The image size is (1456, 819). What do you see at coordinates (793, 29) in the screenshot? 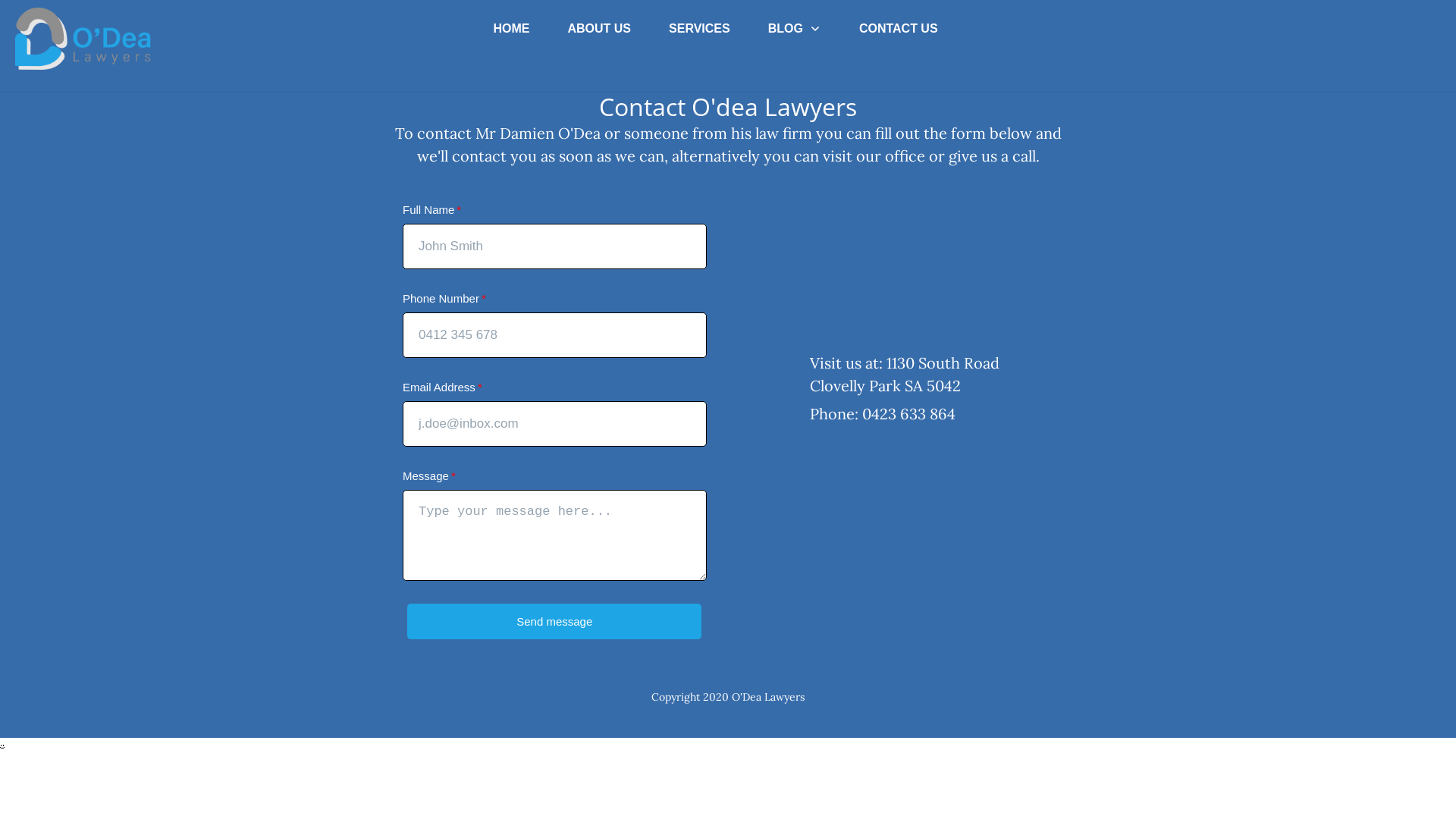
I see `'BLOG'` at bounding box center [793, 29].